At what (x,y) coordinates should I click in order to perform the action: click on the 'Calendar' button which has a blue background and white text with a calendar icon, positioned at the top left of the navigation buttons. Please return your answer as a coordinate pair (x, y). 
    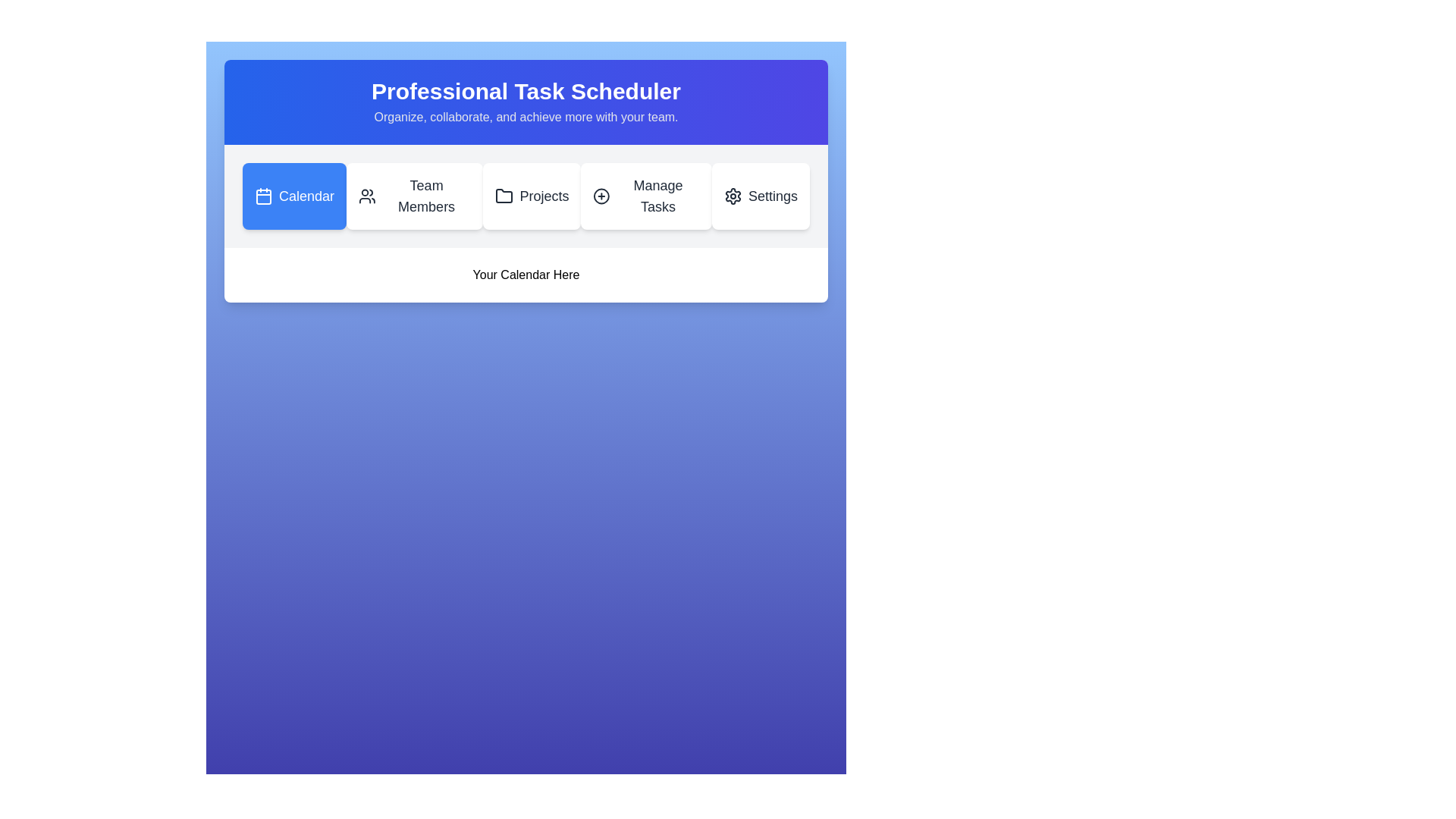
    Looking at the image, I should click on (294, 195).